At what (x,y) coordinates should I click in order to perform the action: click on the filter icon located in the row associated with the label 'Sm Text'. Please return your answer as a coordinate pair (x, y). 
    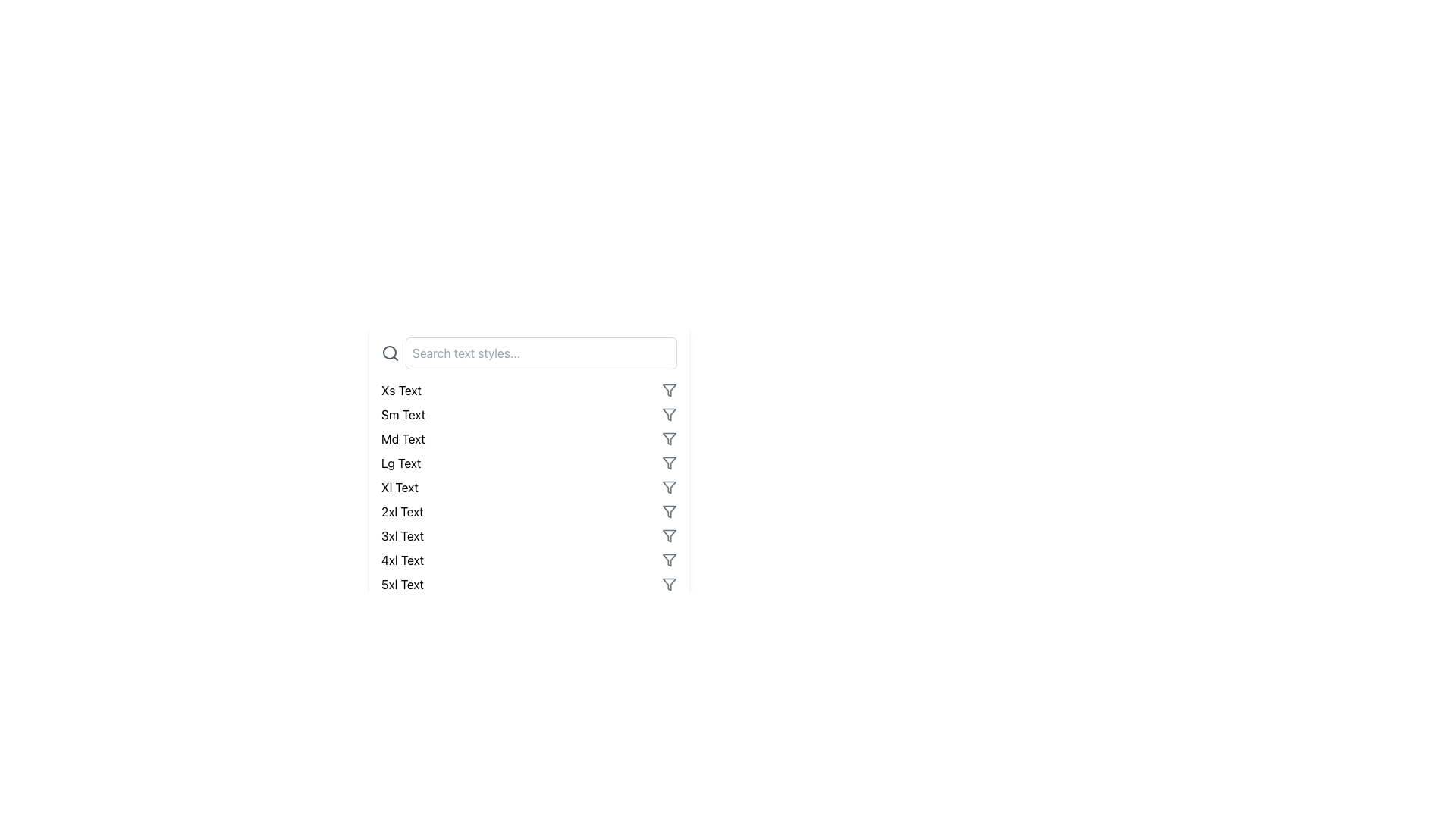
    Looking at the image, I should click on (669, 415).